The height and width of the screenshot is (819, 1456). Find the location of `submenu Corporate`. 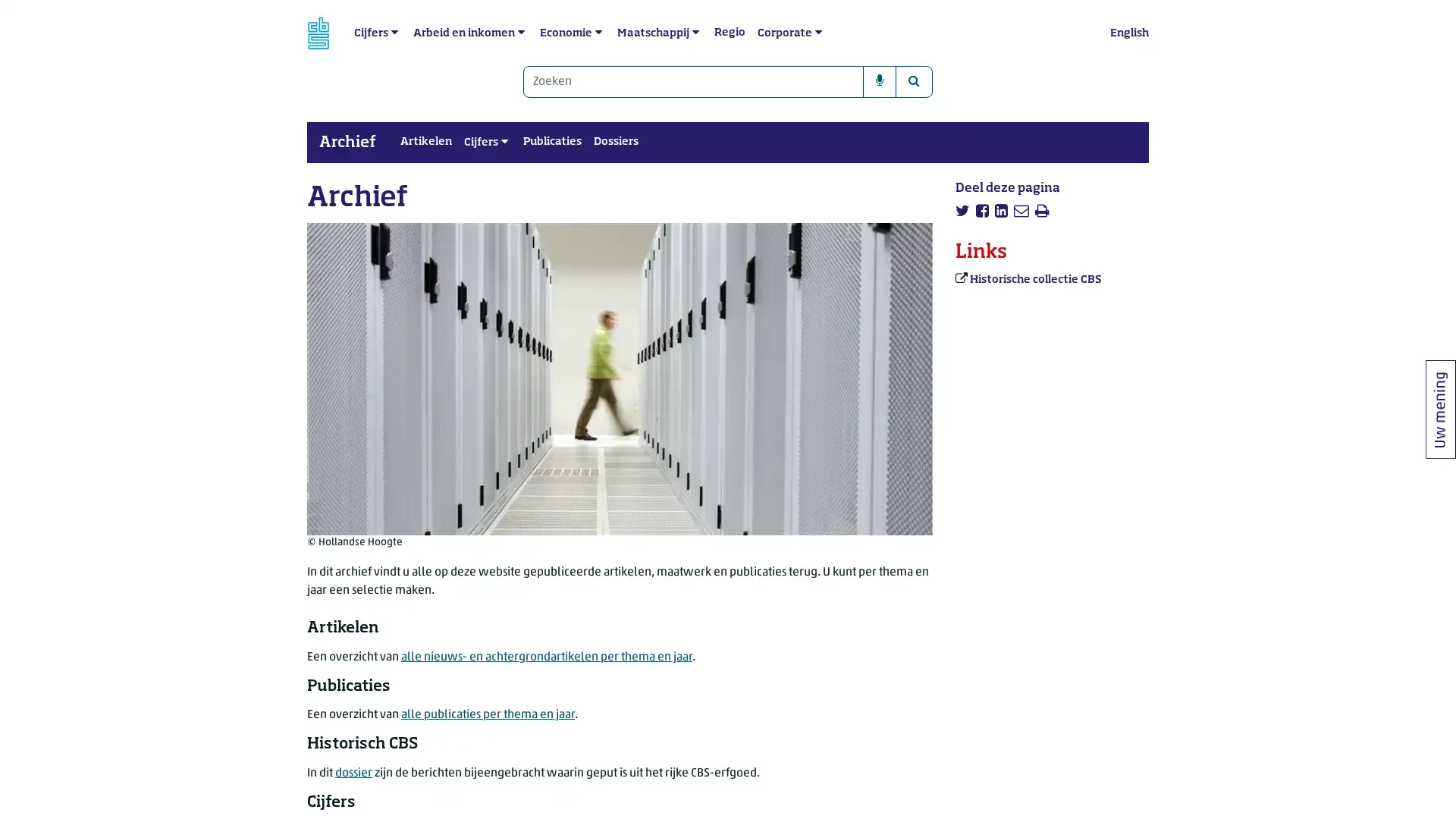

submenu Corporate is located at coordinates (817, 32).